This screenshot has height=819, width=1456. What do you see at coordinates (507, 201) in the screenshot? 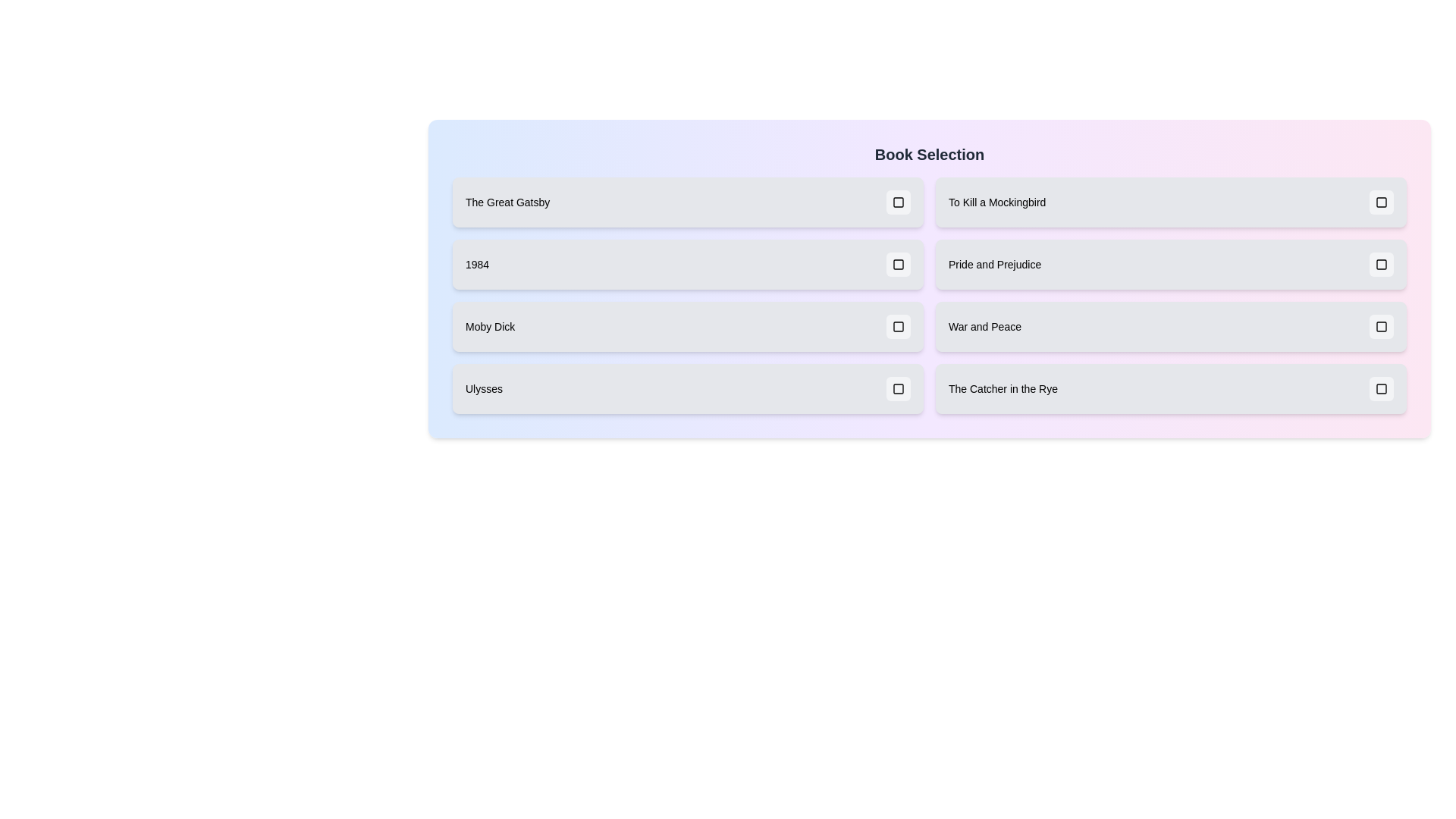
I see `the text of the book title 'The Great Gatsby'` at bounding box center [507, 201].